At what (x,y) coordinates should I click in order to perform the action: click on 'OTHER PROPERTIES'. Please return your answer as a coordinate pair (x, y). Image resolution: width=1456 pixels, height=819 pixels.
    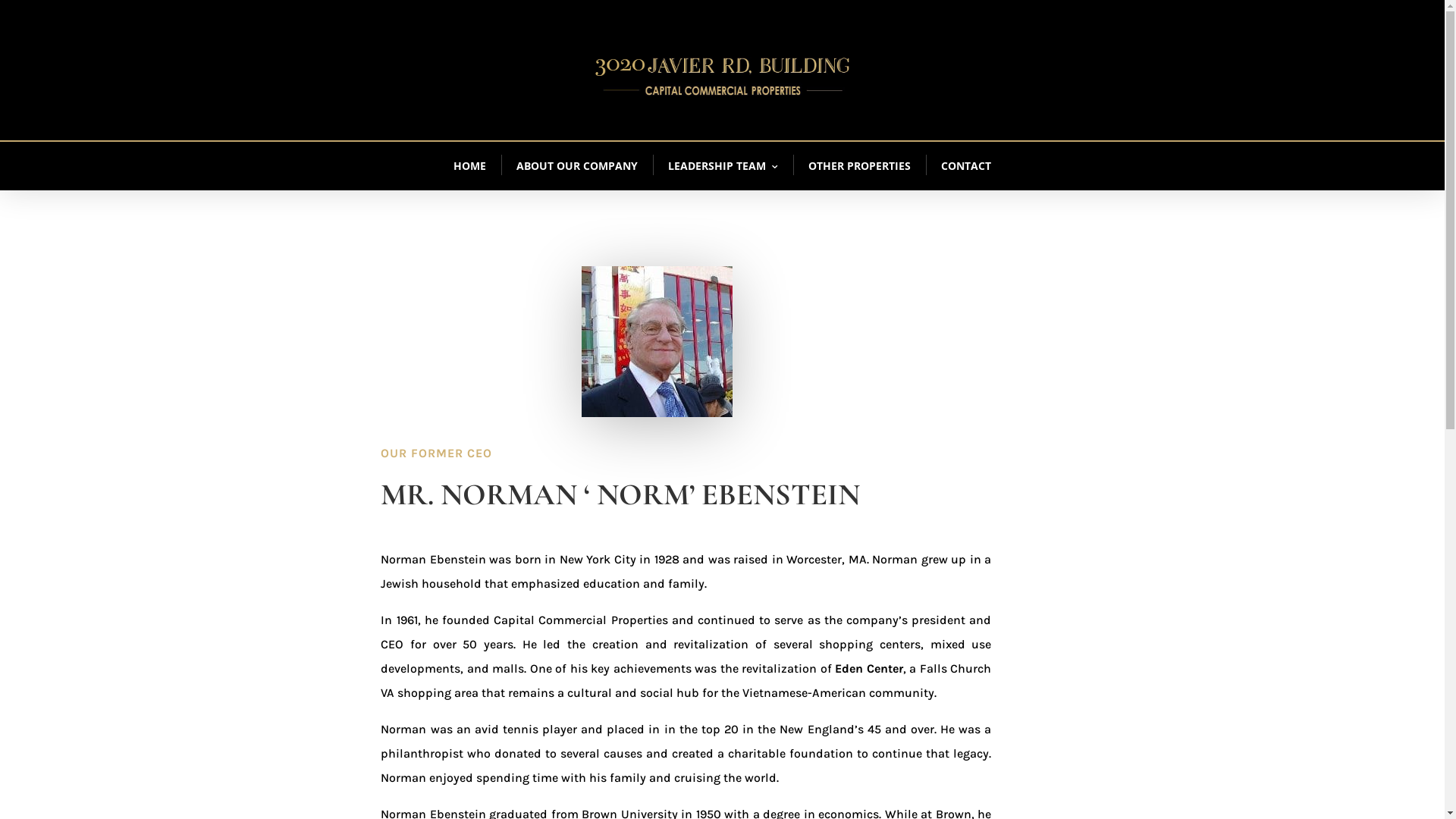
    Looking at the image, I should click on (859, 166).